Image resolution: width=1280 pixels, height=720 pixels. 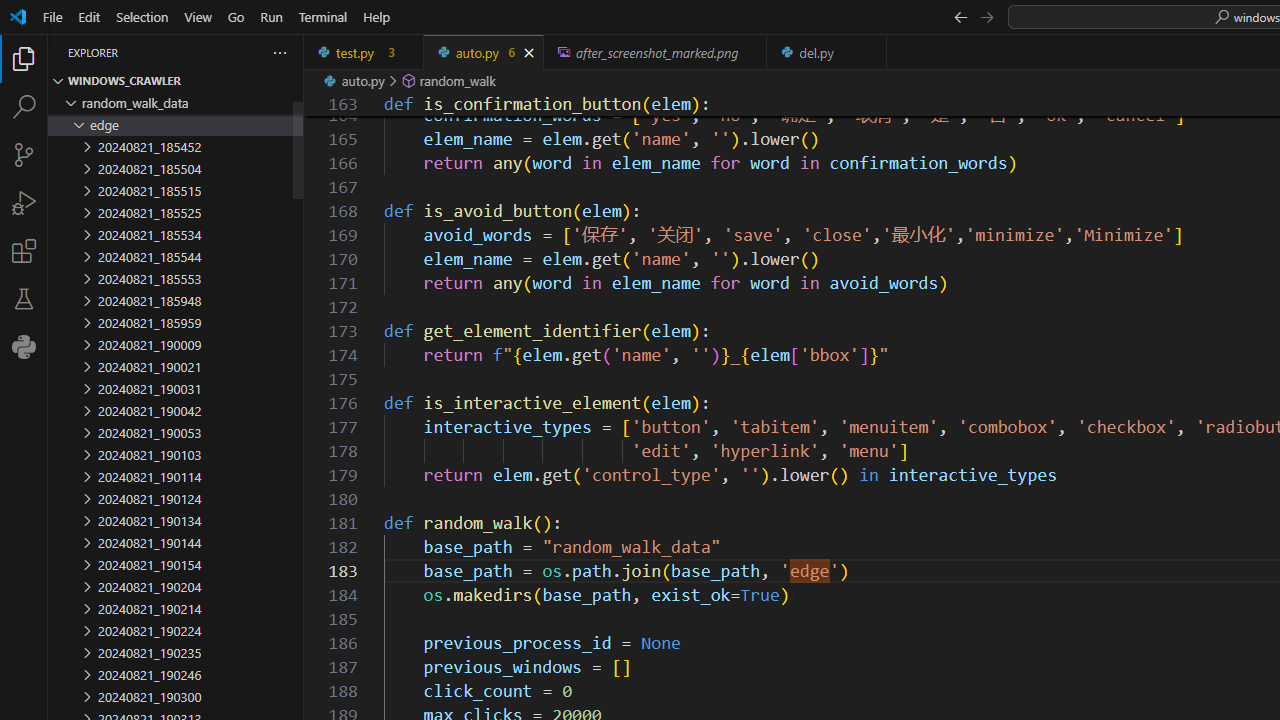 I want to click on 'Testing', so click(x=24, y=299).